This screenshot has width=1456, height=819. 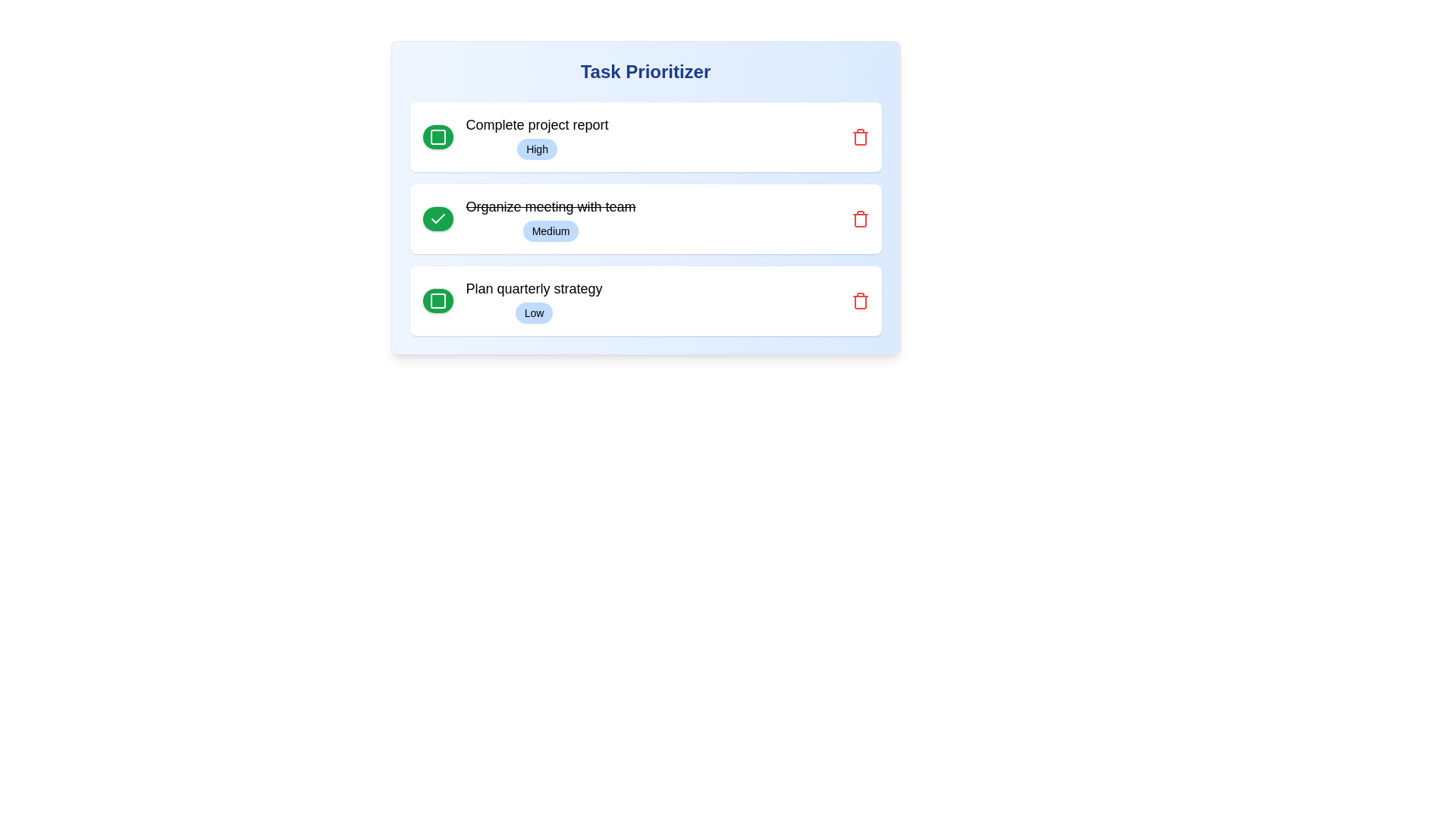 What do you see at coordinates (437, 301) in the screenshot?
I see `the square icon with rounded corners located inside the larger green square, which is the third list item associated with the 'Plan quarterly strategy' task` at bounding box center [437, 301].